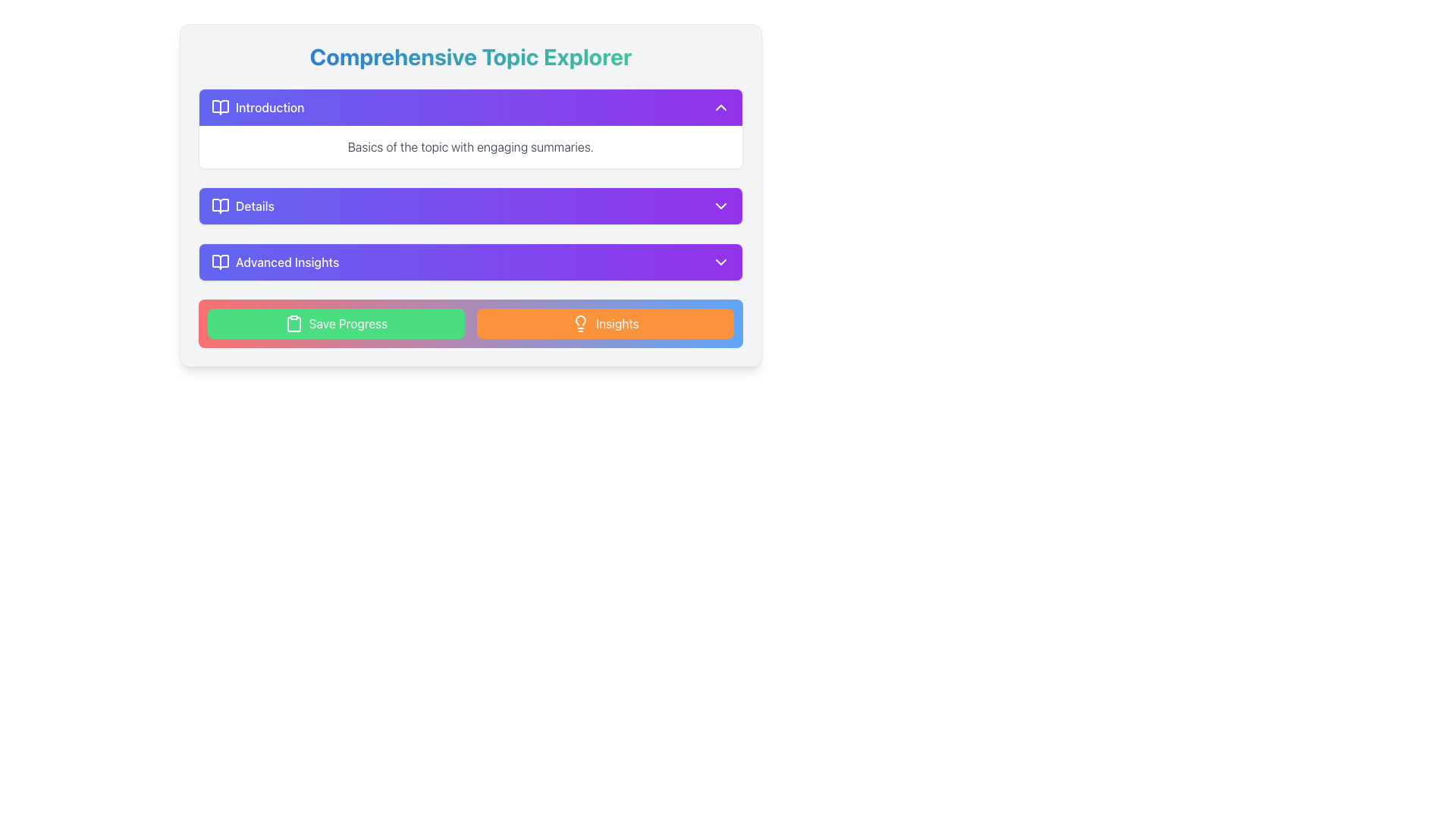 This screenshot has height=819, width=1456. What do you see at coordinates (293, 323) in the screenshot?
I see `the clipboard icon located within the 'Save Progress' button, positioned towards the left end next to the text` at bounding box center [293, 323].